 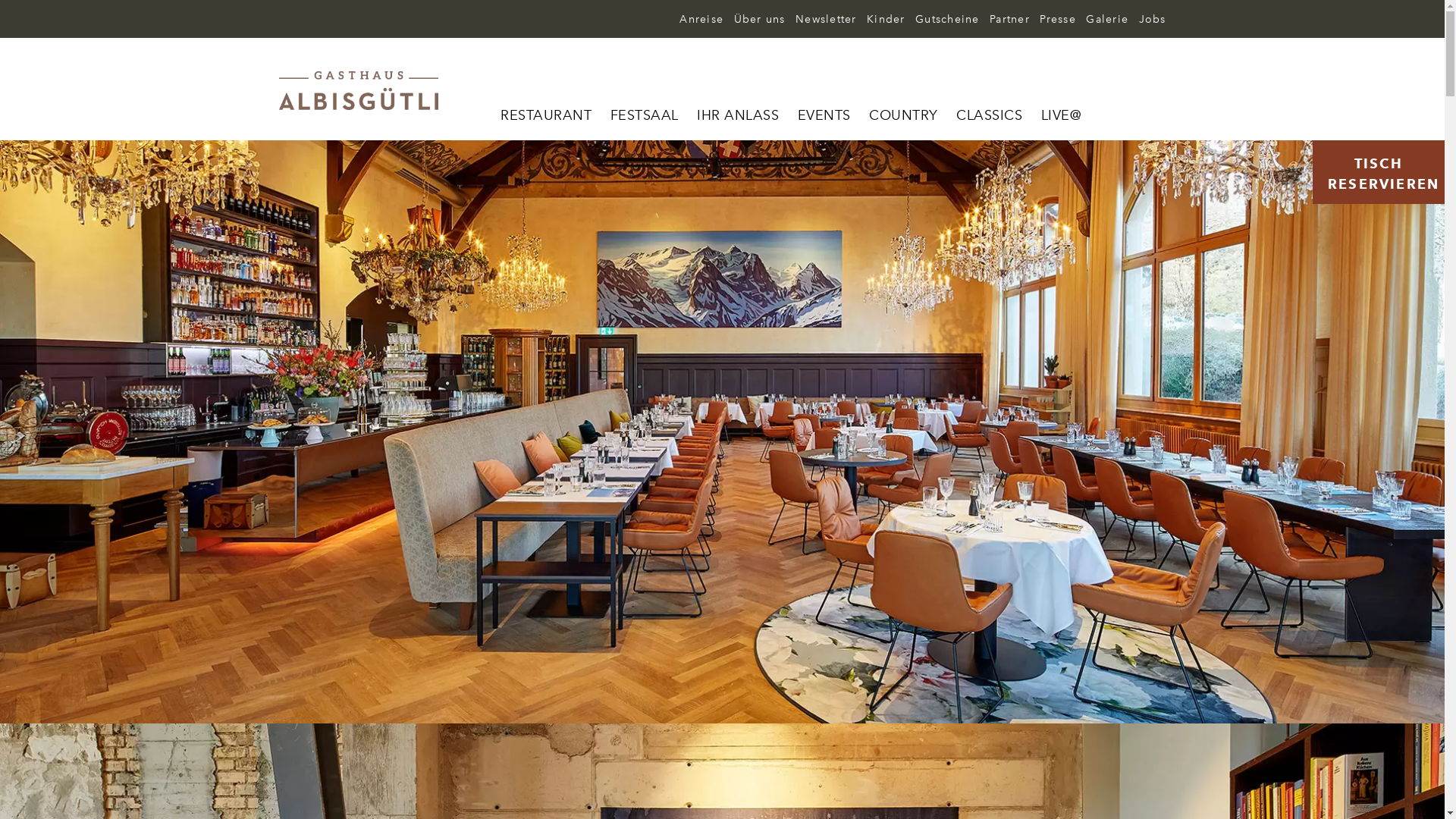 I want to click on 'Presse', so click(x=1053, y=20).